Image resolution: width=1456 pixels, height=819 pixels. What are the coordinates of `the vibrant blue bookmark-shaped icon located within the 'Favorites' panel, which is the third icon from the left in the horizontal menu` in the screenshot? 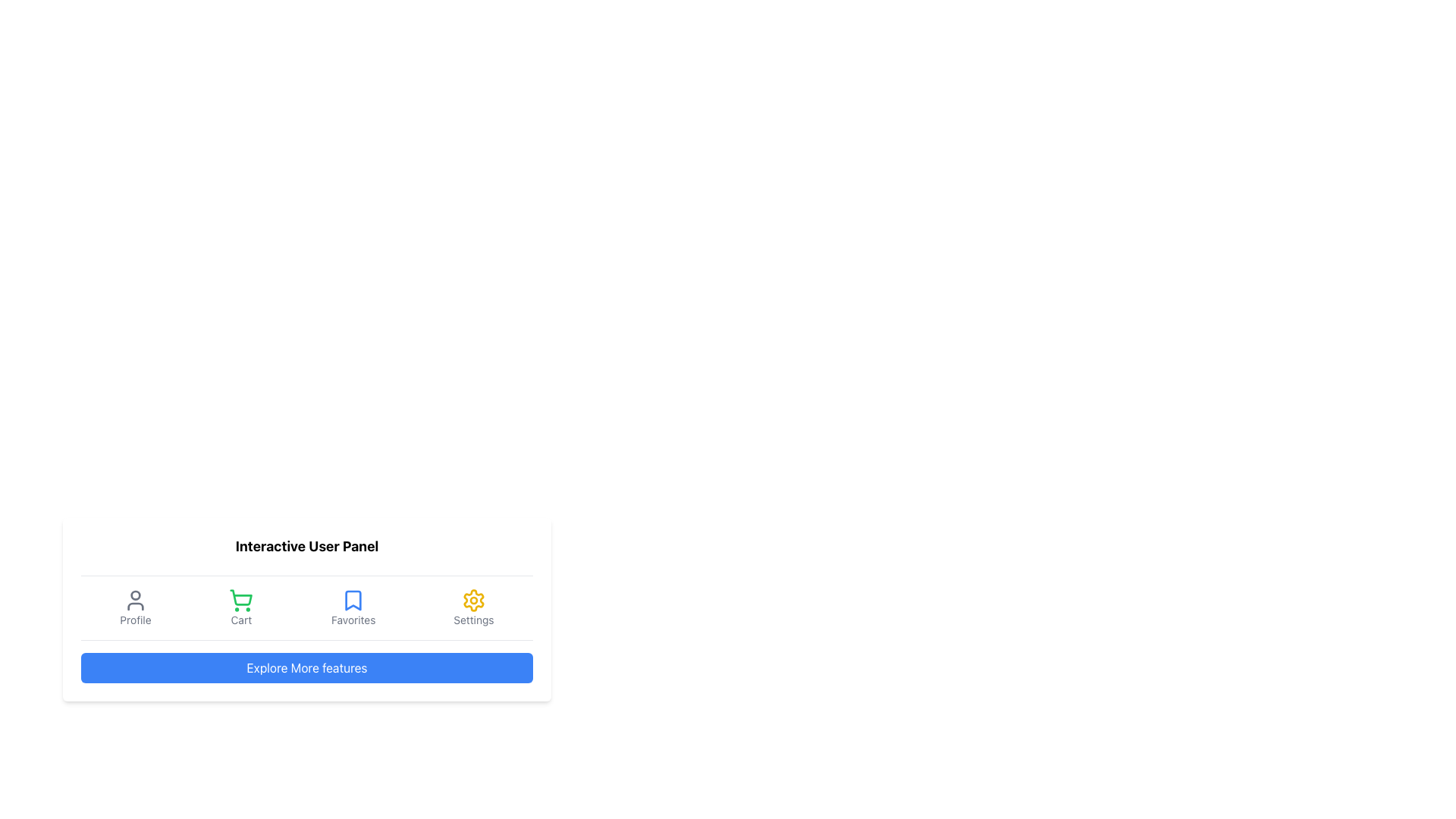 It's located at (353, 599).